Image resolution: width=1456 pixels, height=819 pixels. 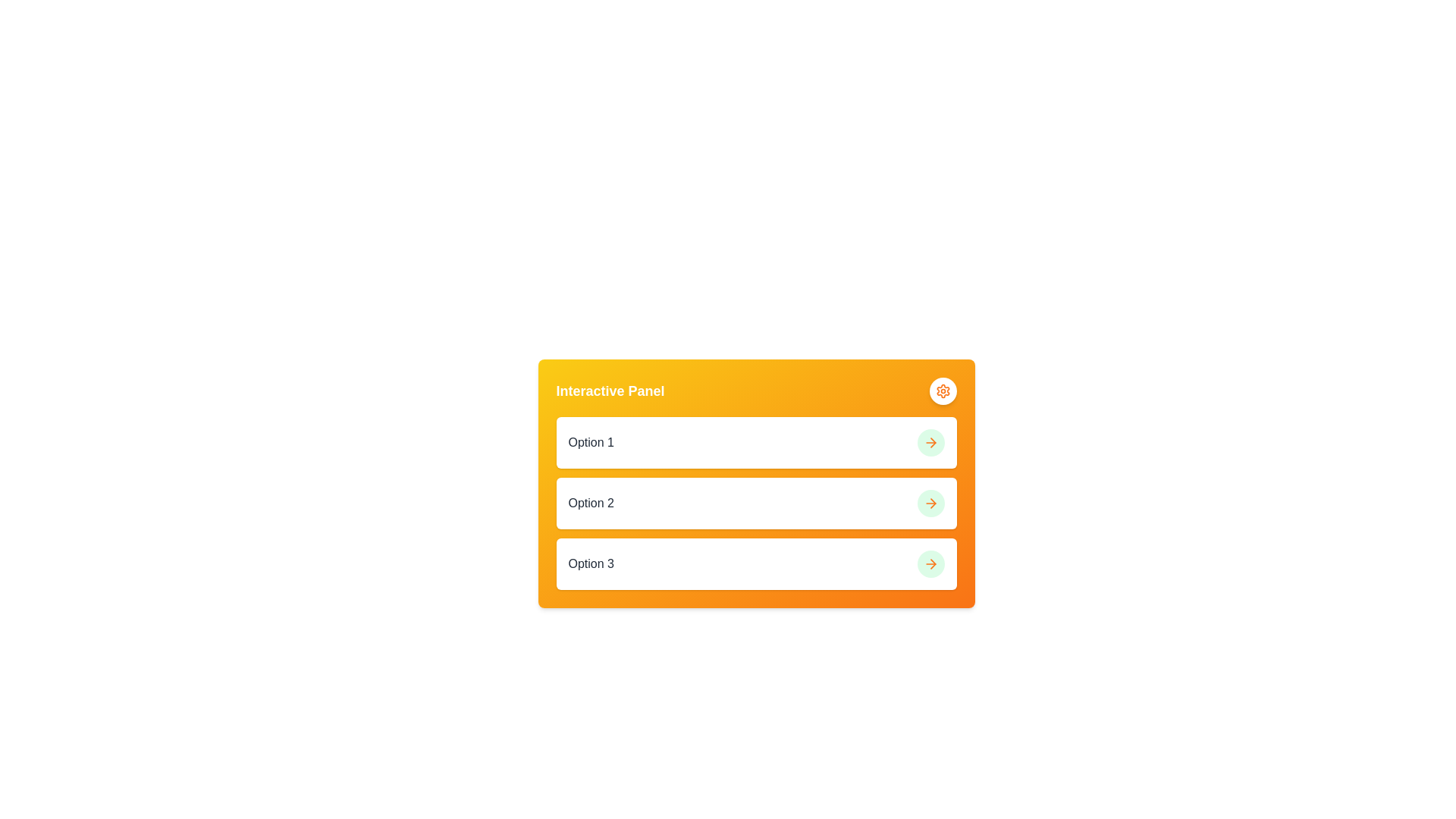 What do you see at coordinates (930, 503) in the screenshot?
I see `the Icon Button located on the middle of the right side of the second option row within the panel` at bounding box center [930, 503].